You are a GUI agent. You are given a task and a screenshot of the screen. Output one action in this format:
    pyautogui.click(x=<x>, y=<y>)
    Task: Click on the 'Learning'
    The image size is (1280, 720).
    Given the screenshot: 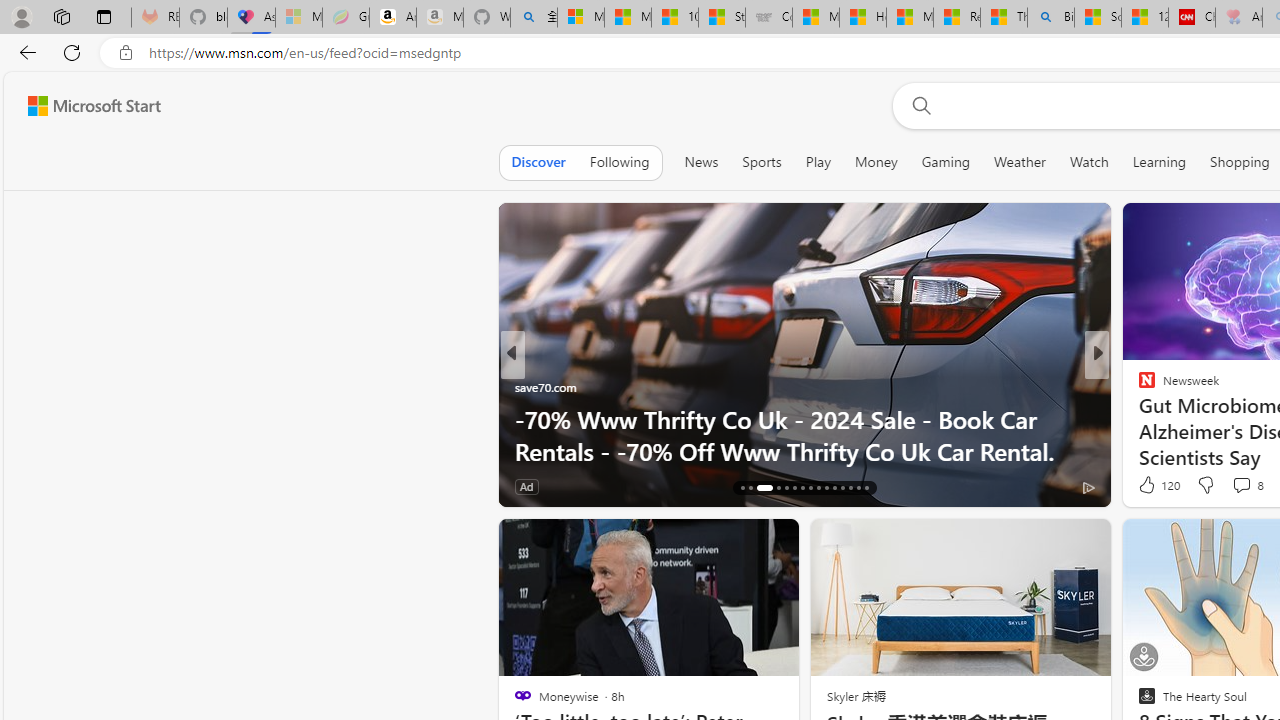 What is the action you would take?
    pyautogui.click(x=1159, y=161)
    